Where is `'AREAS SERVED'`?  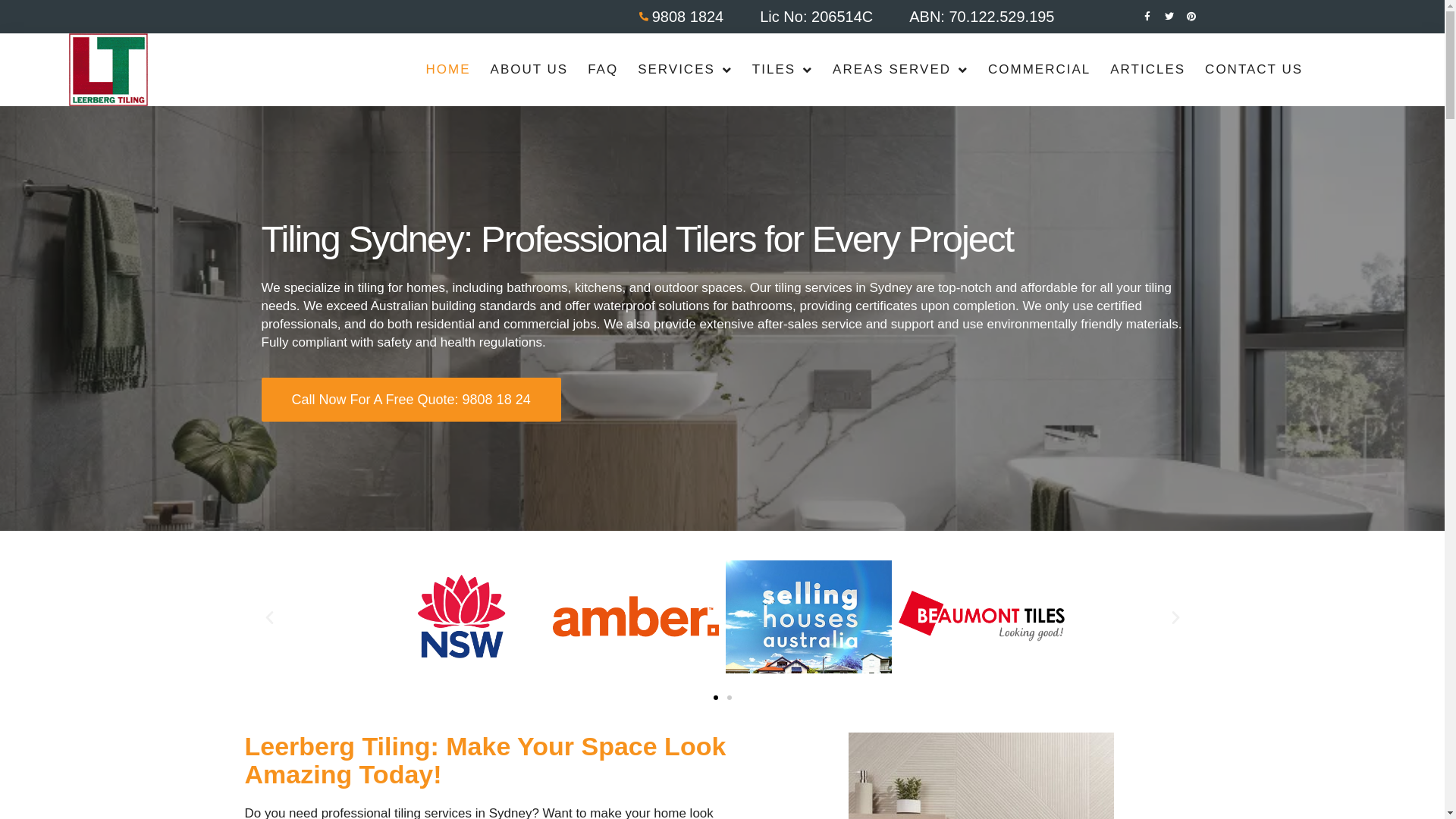
'AREAS SERVED' is located at coordinates (821, 70).